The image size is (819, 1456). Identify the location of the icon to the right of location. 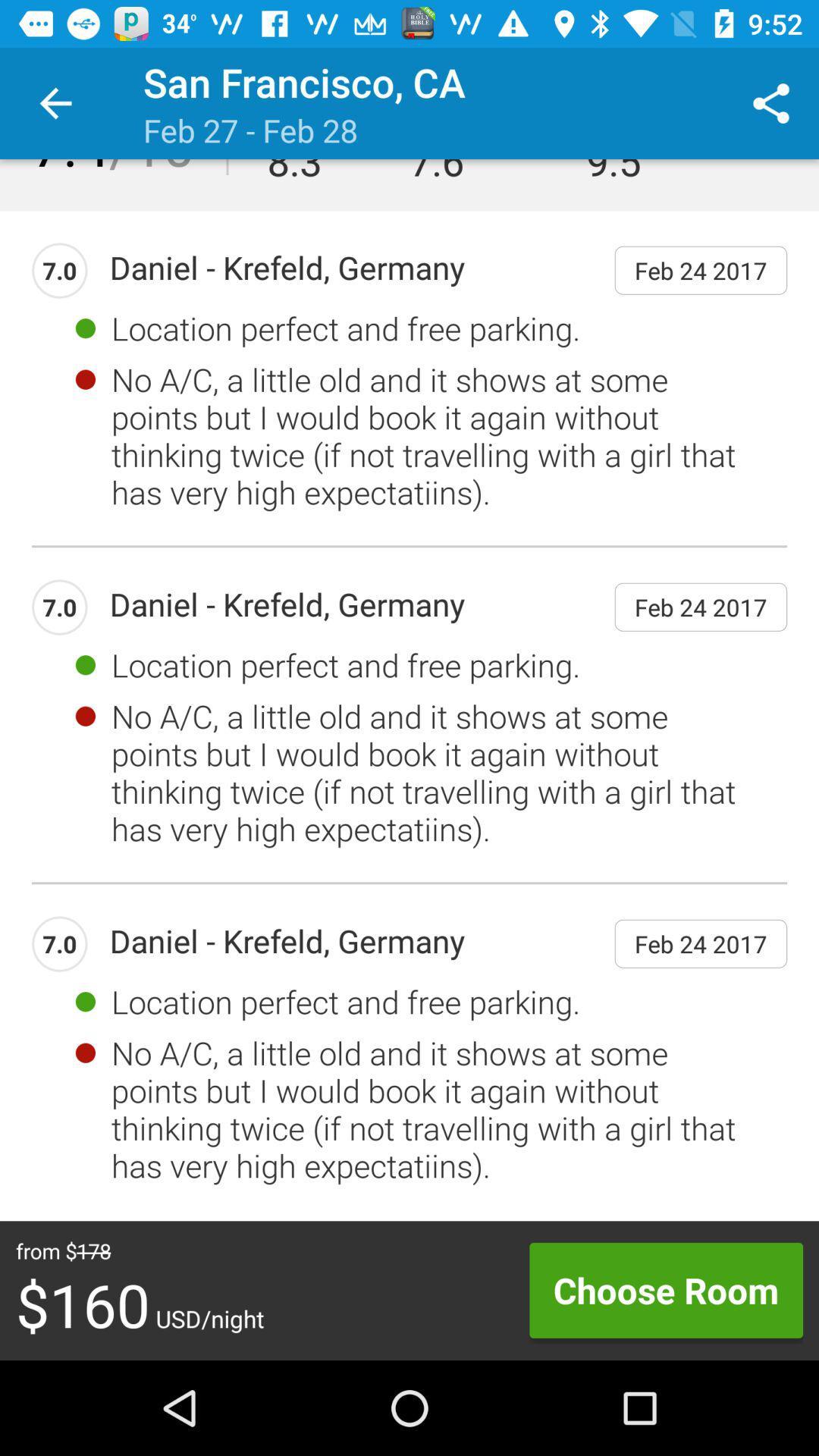
(771, 102).